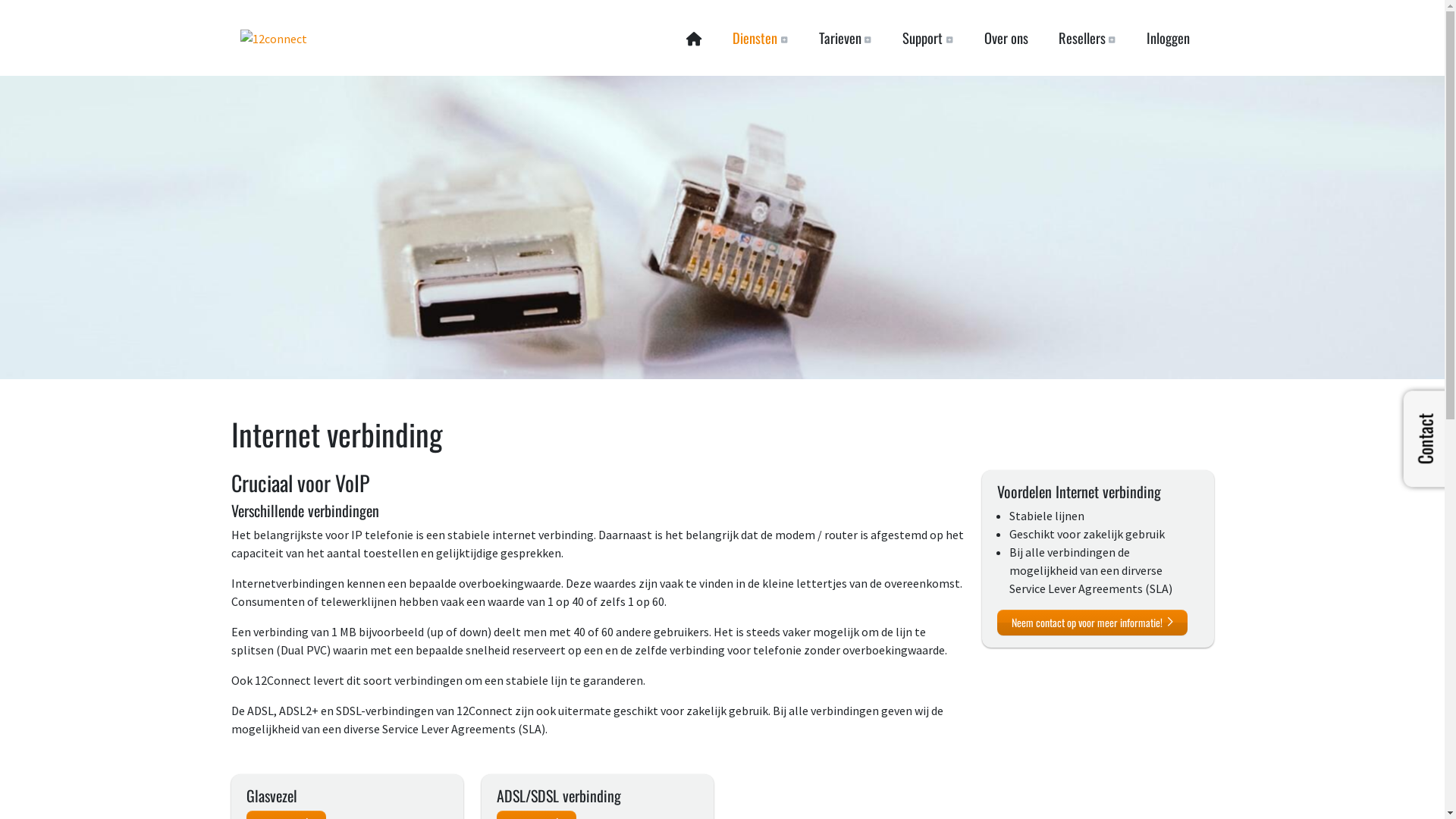  What do you see at coordinates (273, 37) in the screenshot?
I see `'Naar de website'` at bounding box center [273, 37].